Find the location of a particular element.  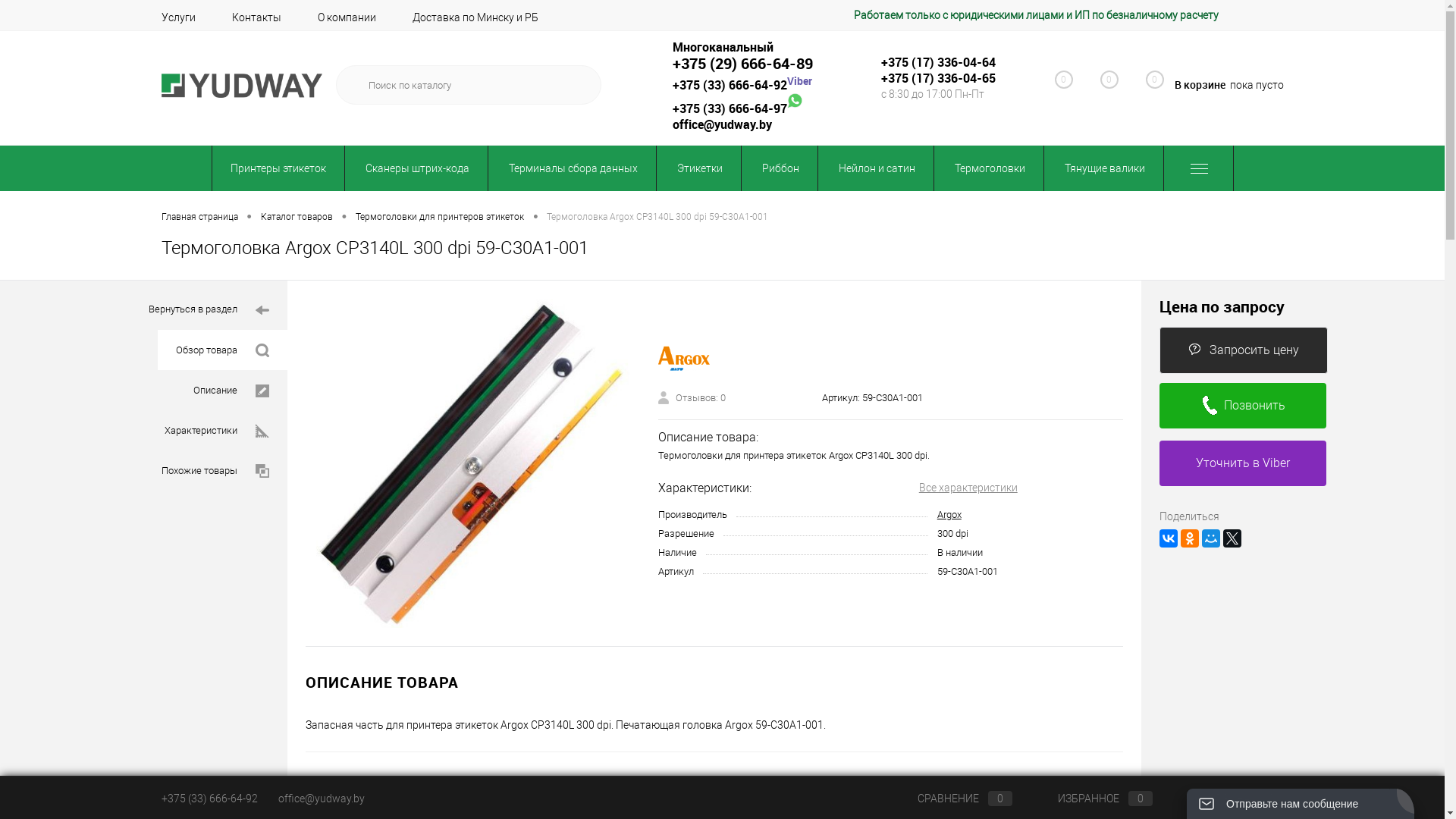

'+375 (29) 666-64-89' is located at coordinates (742, 62).